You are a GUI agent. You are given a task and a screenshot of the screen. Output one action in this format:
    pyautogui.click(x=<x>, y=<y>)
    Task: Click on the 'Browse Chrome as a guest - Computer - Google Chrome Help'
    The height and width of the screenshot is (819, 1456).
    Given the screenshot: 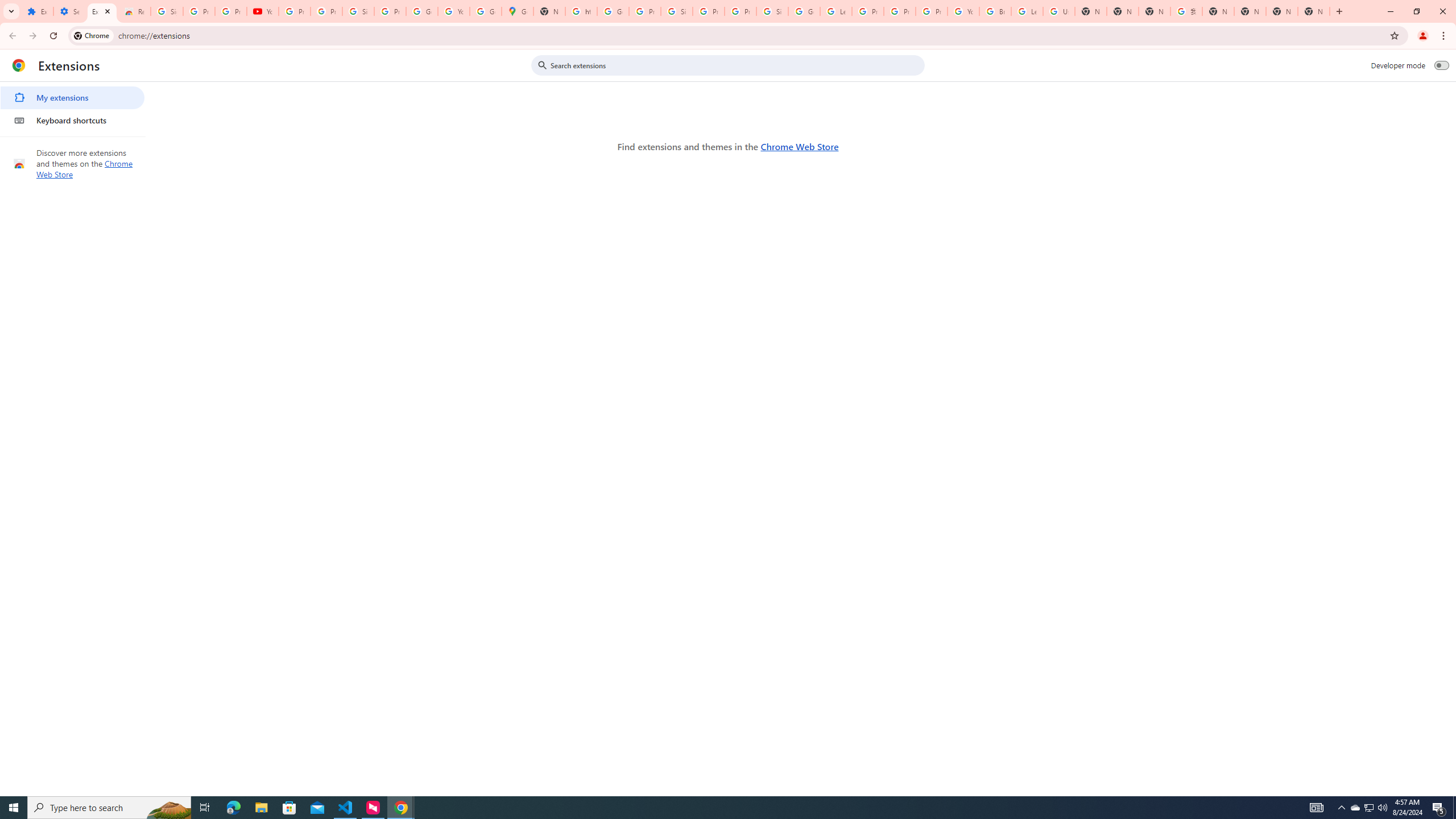 What is the action you would take?
    pyautogui.click(x=994, y=11)
    